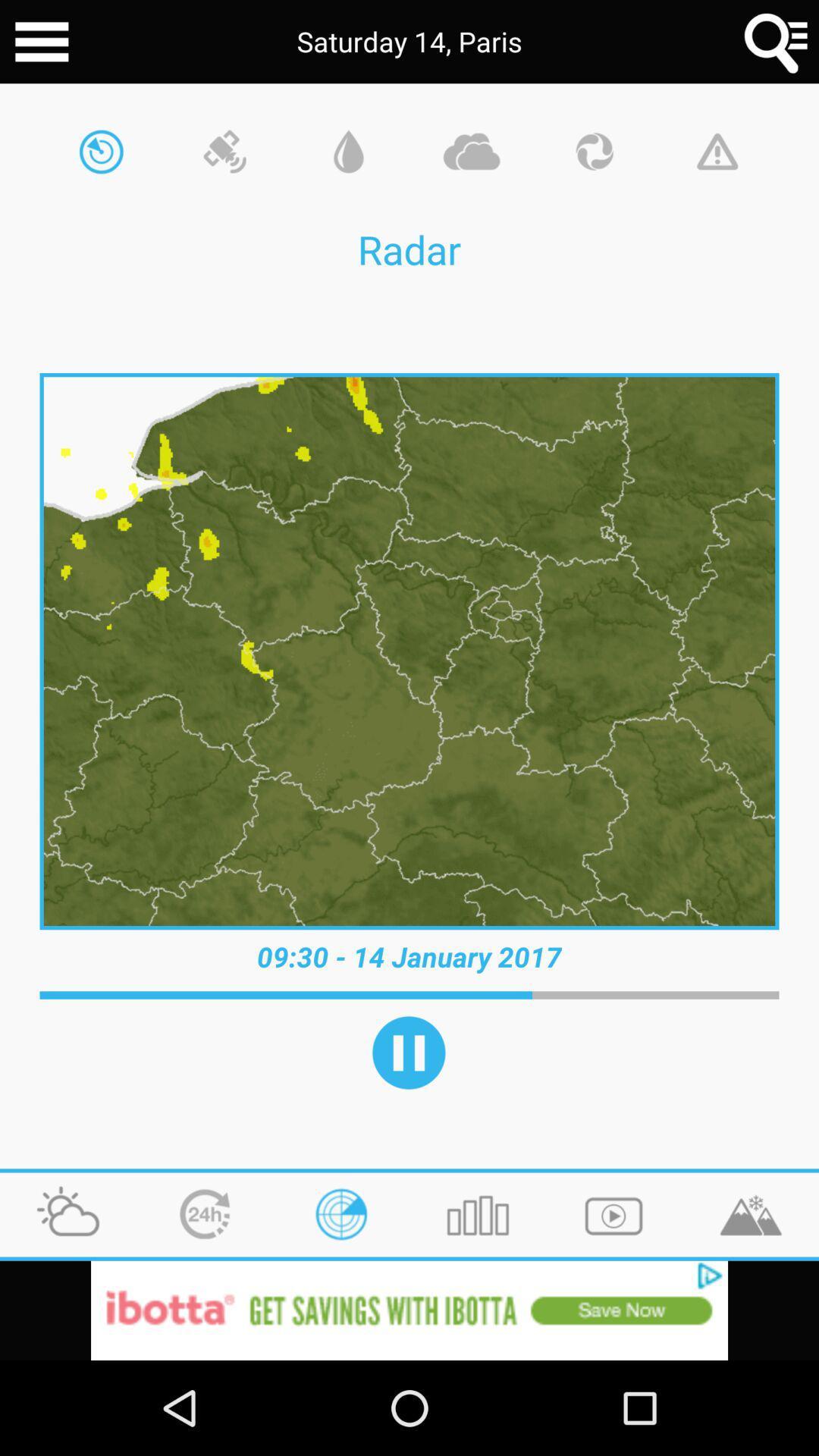  What do you see at coordinates (777, 42) in the screenshot?
I see `menu button` at bounding box center [777, 42].